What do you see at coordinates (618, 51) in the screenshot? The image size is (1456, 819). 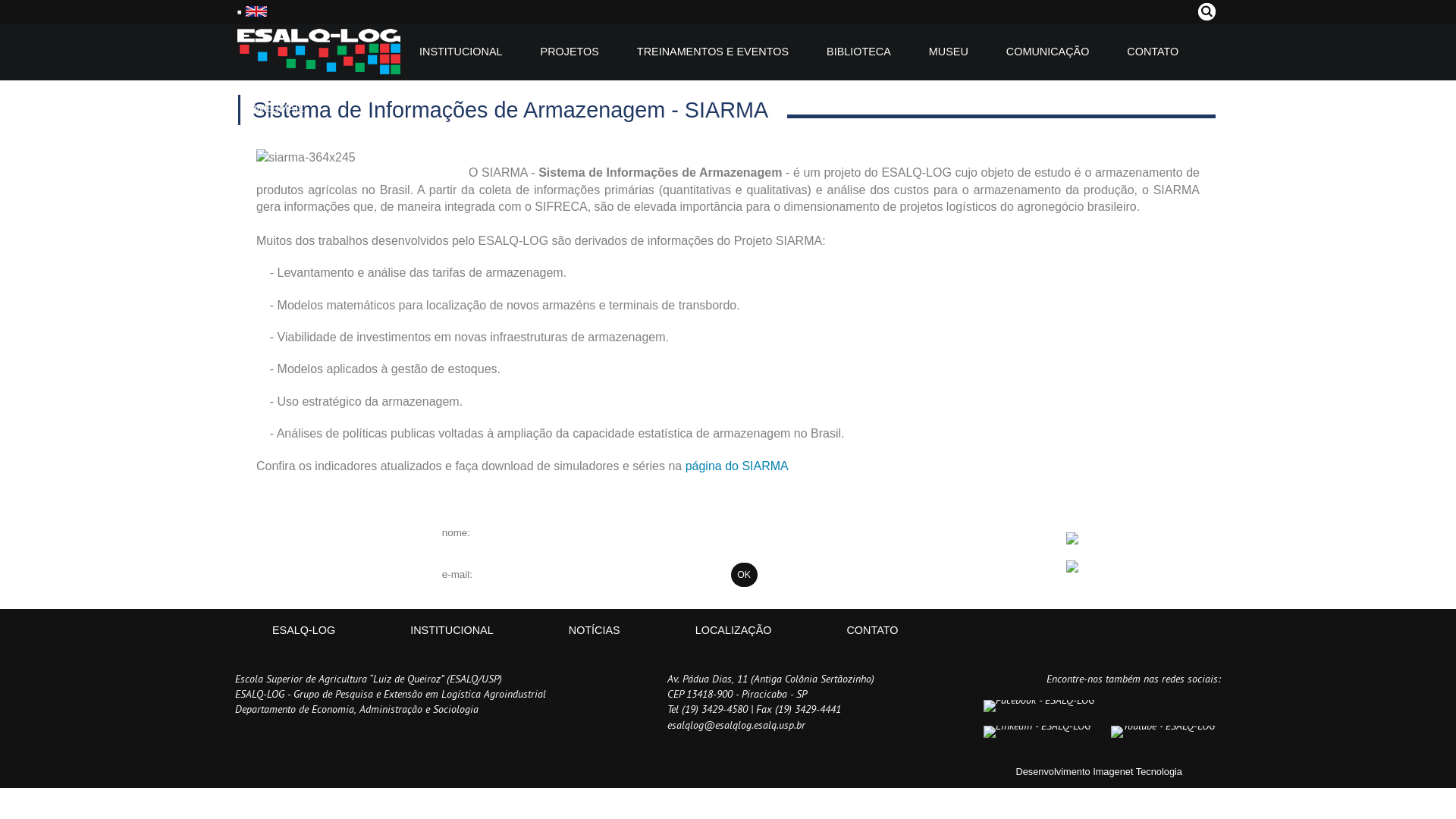 I see `'TREINAMENTOS E EVENTOS'` at bounding box center [618, 51].